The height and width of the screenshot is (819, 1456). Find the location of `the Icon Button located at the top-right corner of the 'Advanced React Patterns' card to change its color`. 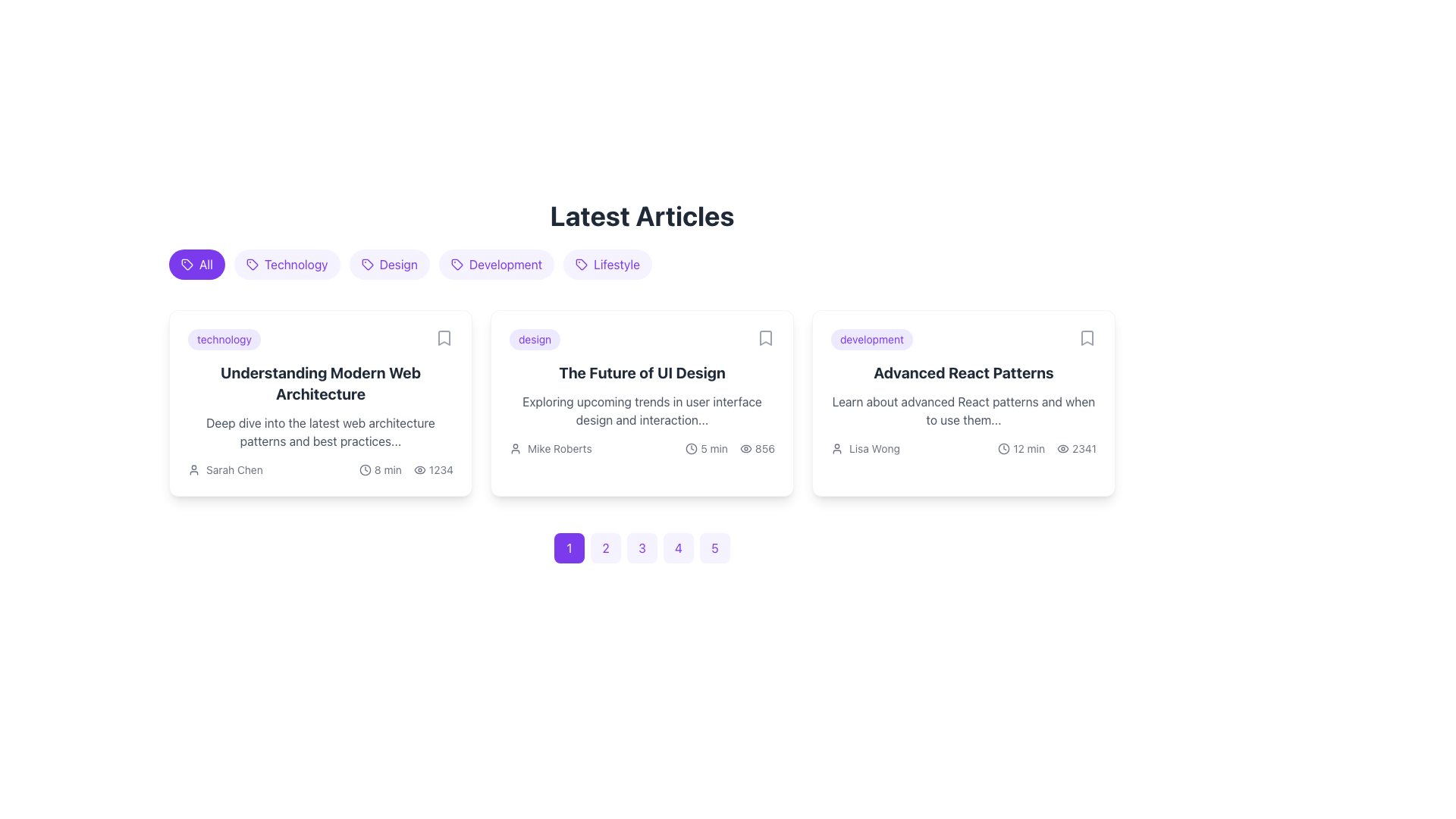

the Icon Button located at the top-right corner of the 'Advanced React Patterns' card to change its color is located at coordinates (1087, 337).